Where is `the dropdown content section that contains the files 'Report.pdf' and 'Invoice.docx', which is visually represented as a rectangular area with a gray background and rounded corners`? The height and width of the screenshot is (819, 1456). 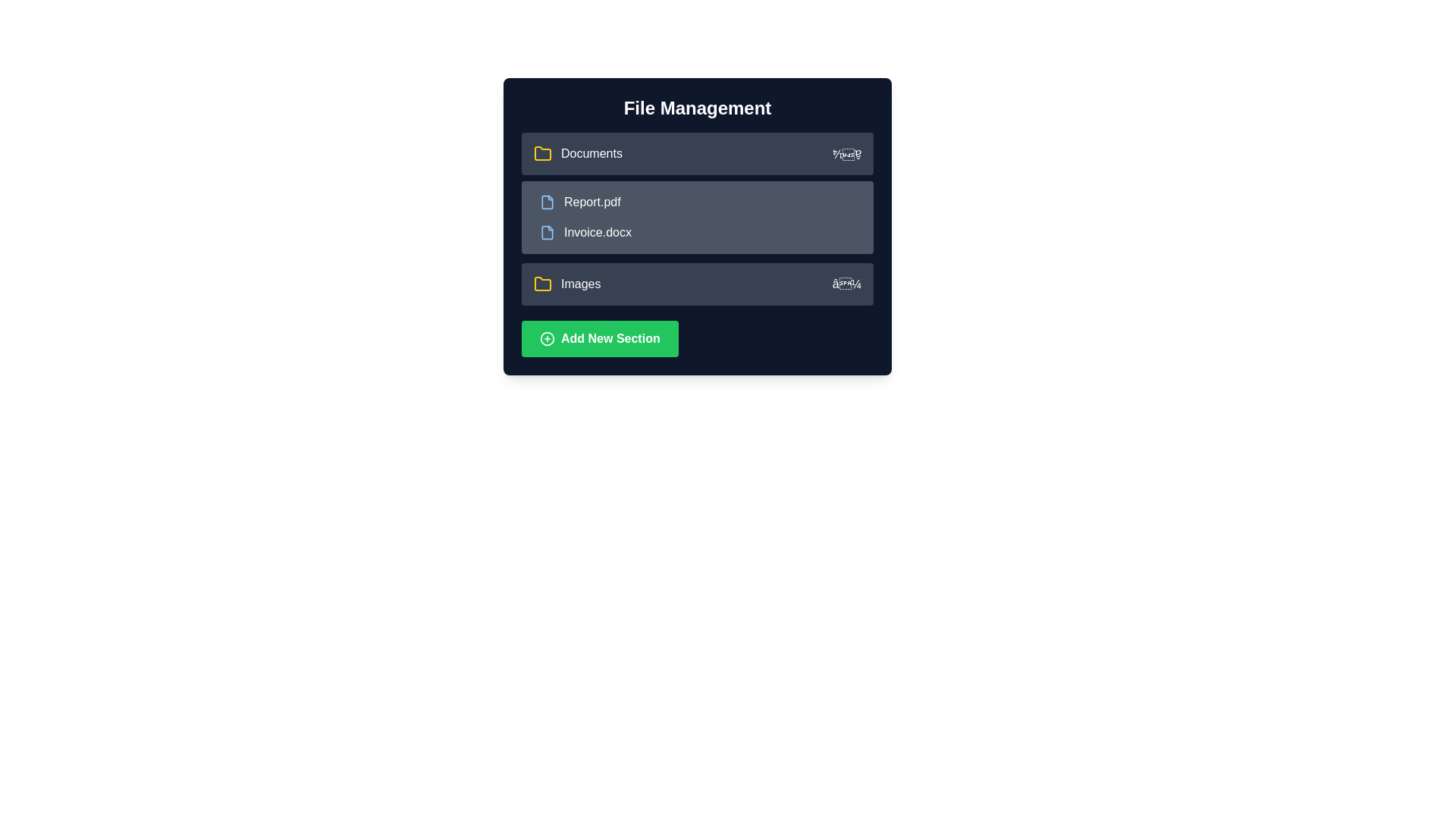 the dropdown content section that contains the files 'Report.pdf' and 'Invoice.docx', which is visually represented as a rectangular area with a gray background and rounded corners is located at coordinates (697, 217).